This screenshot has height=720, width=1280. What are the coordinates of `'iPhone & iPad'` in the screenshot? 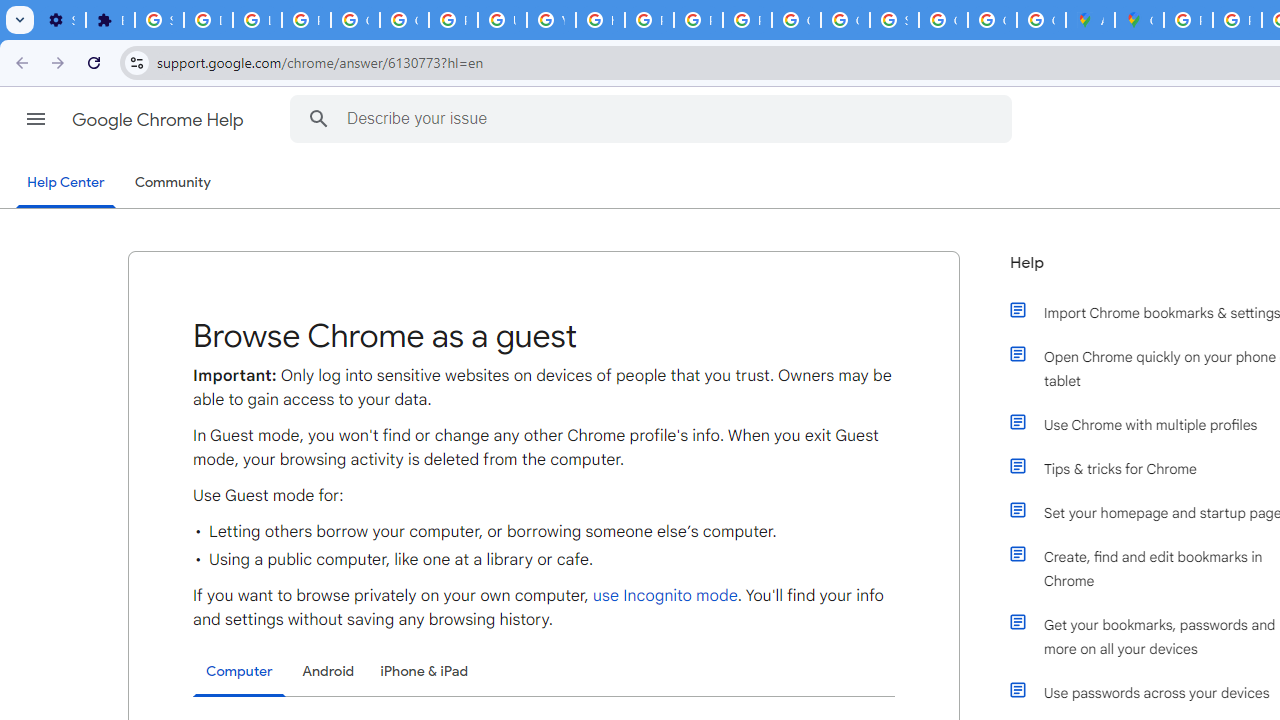 It's located at (423, 671).